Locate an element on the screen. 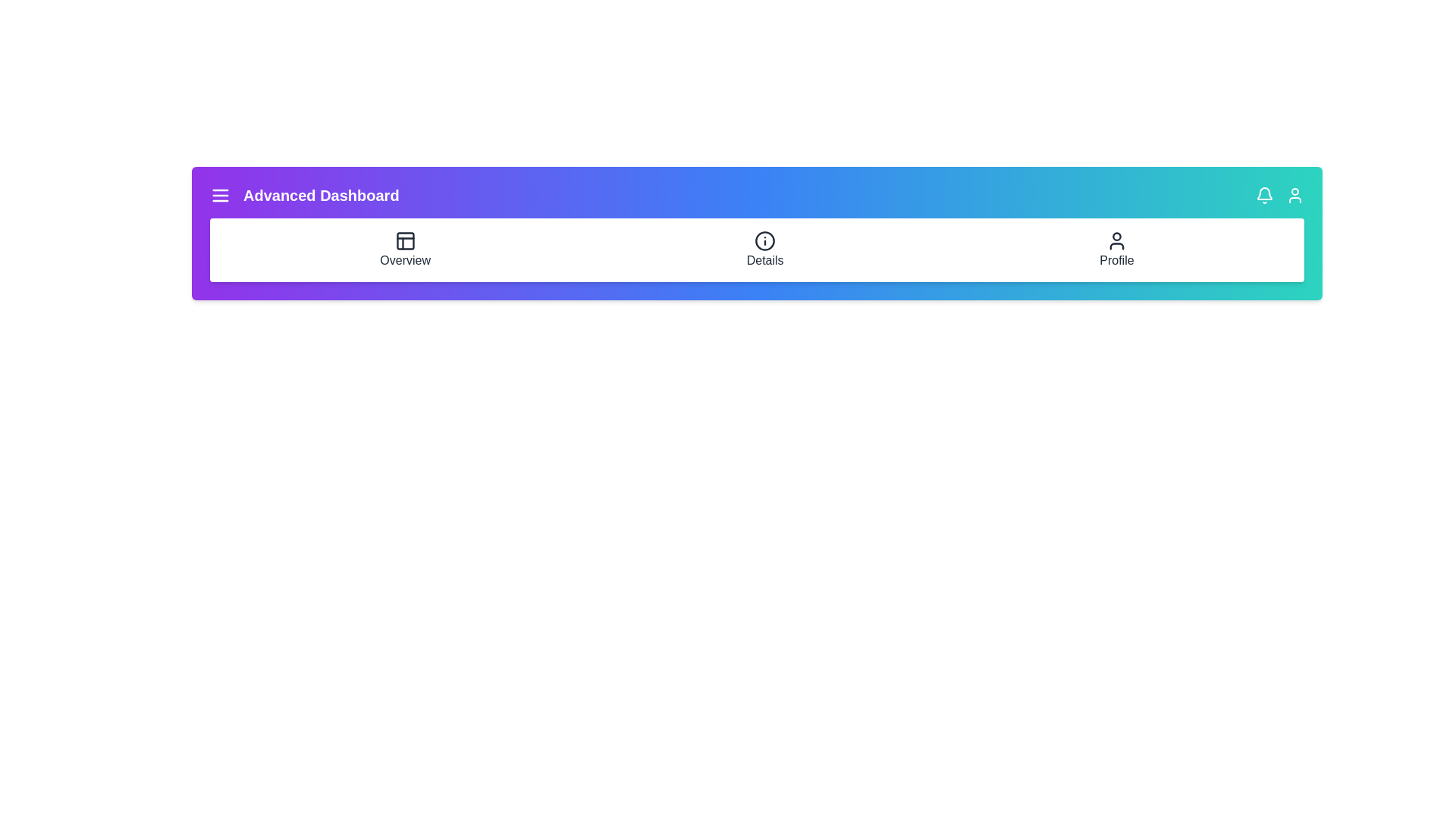 This screenshot has width=1456, height=819. the 'Overview' navigation item to navigate to the overview section is located at coordinates (404, 249).